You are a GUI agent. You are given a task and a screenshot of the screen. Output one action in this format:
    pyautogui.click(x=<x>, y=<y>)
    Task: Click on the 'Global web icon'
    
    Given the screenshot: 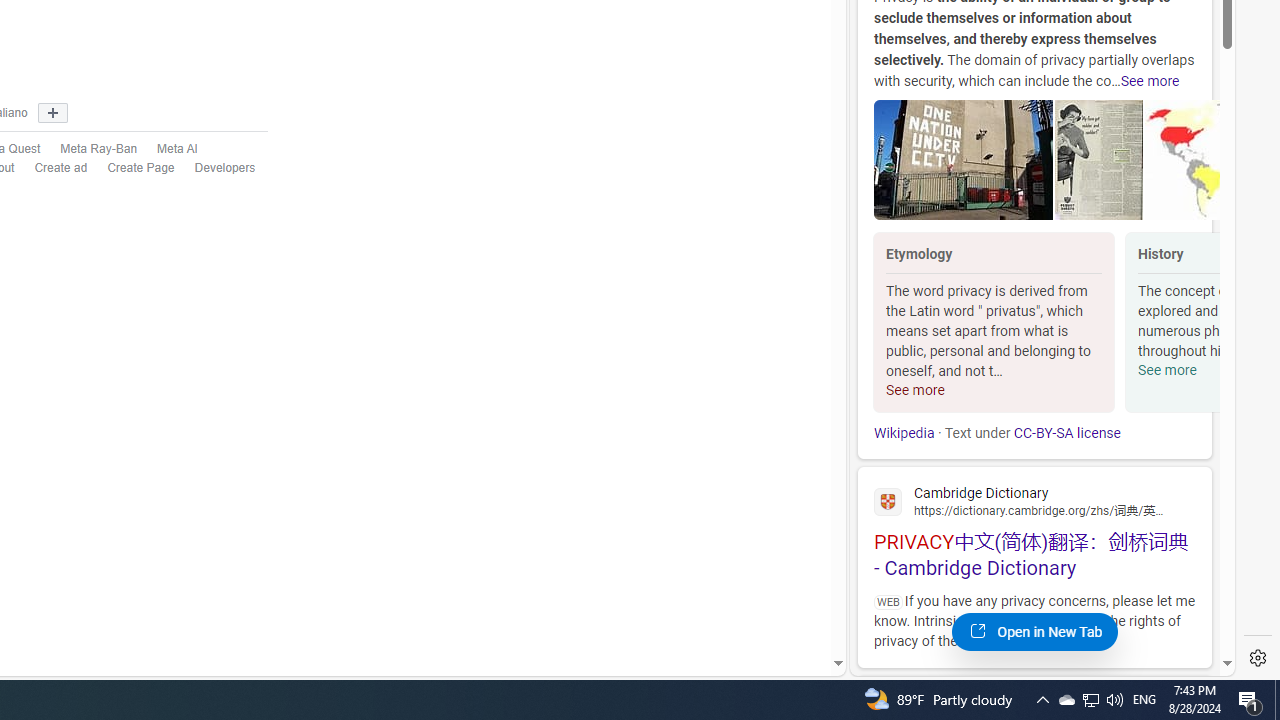 What is the action you would take?
    pyautogui.click(x=887, y=500)
    